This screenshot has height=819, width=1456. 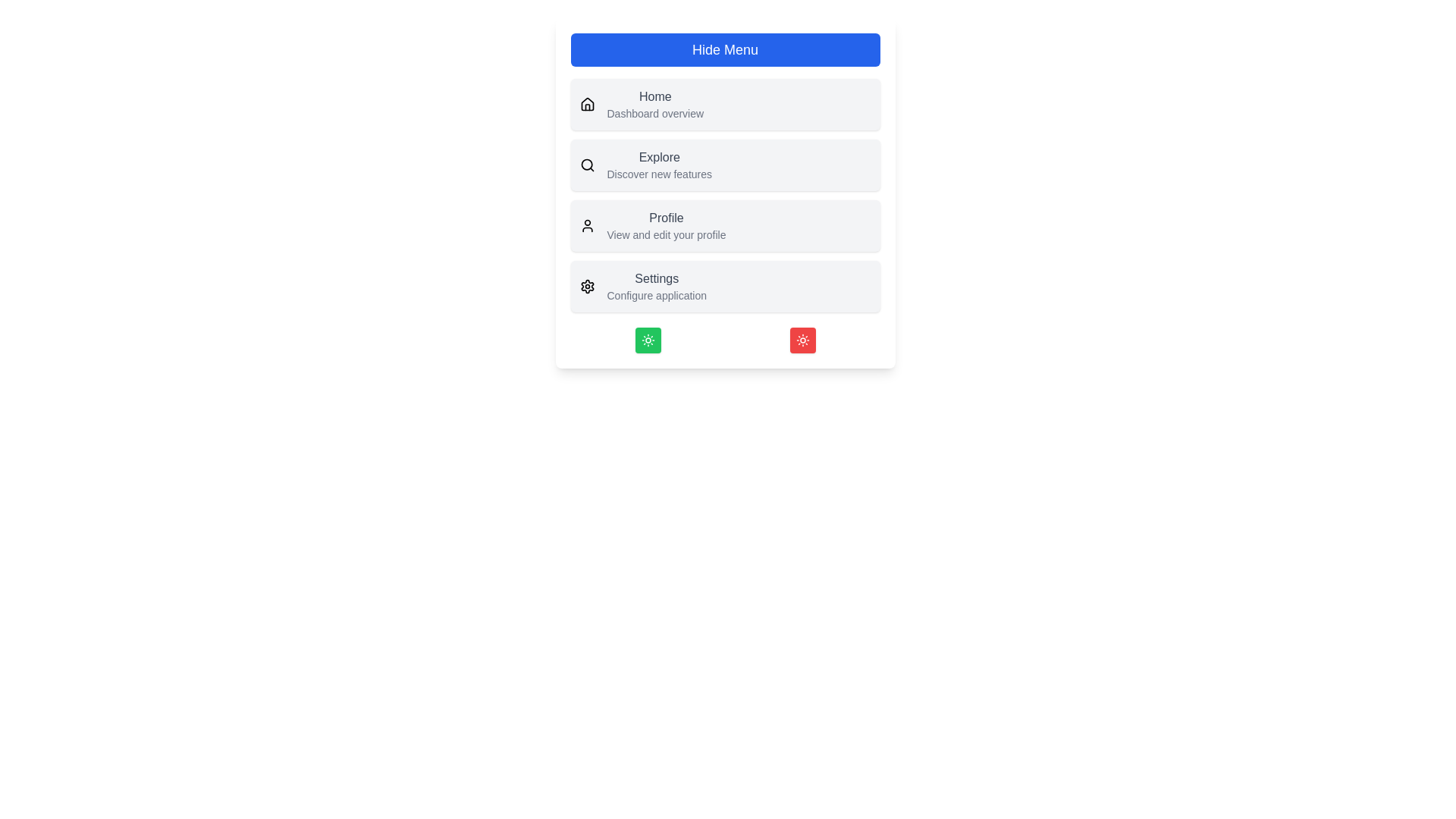 What do you see at coordinates (655, 96) in the screenshot?
I see `the menu item labeled 'Home' to view its details` at bounding box center [655, 96].